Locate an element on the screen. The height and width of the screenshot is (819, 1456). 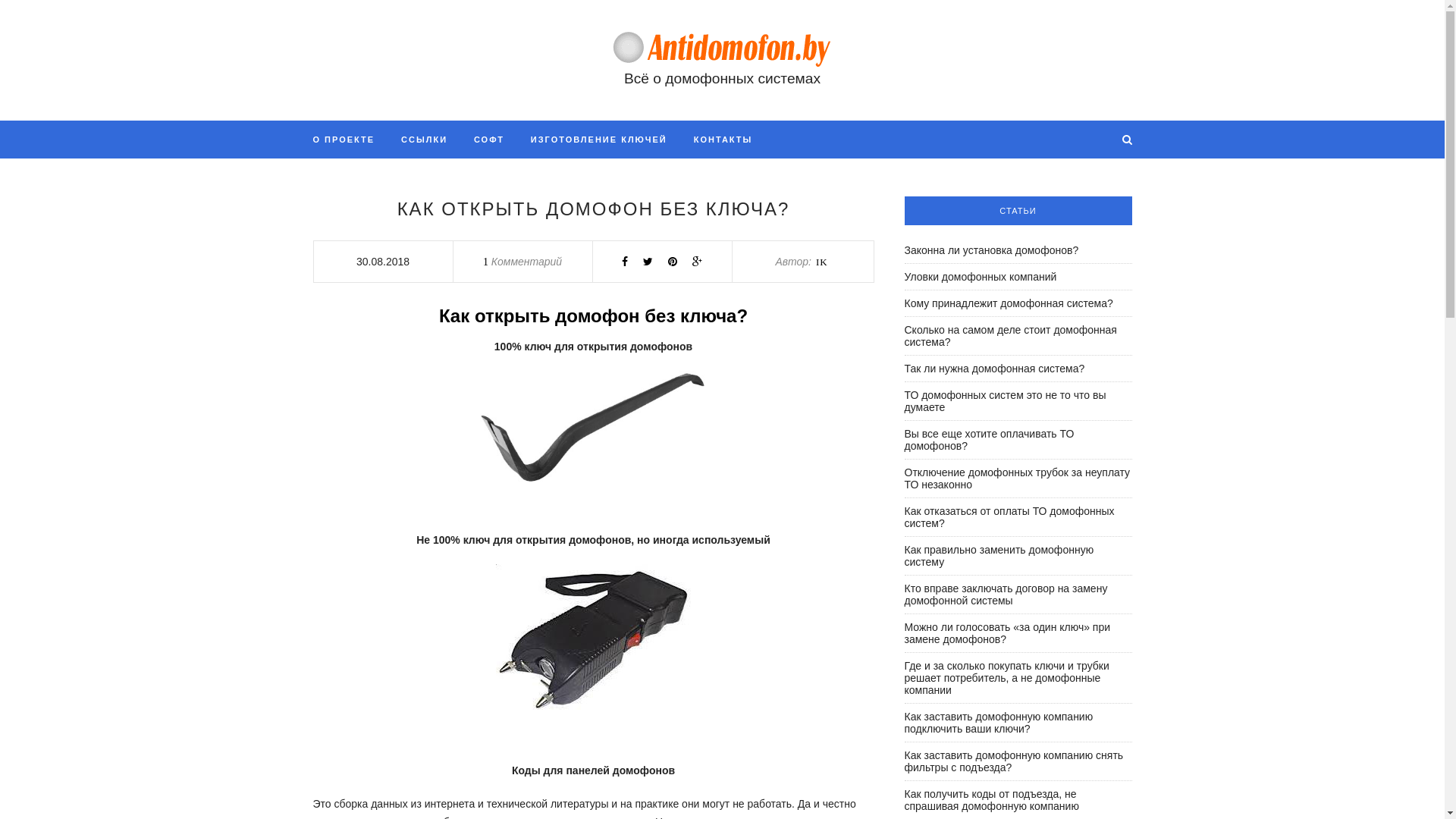
'IK' is located at coordinates (814, 261).